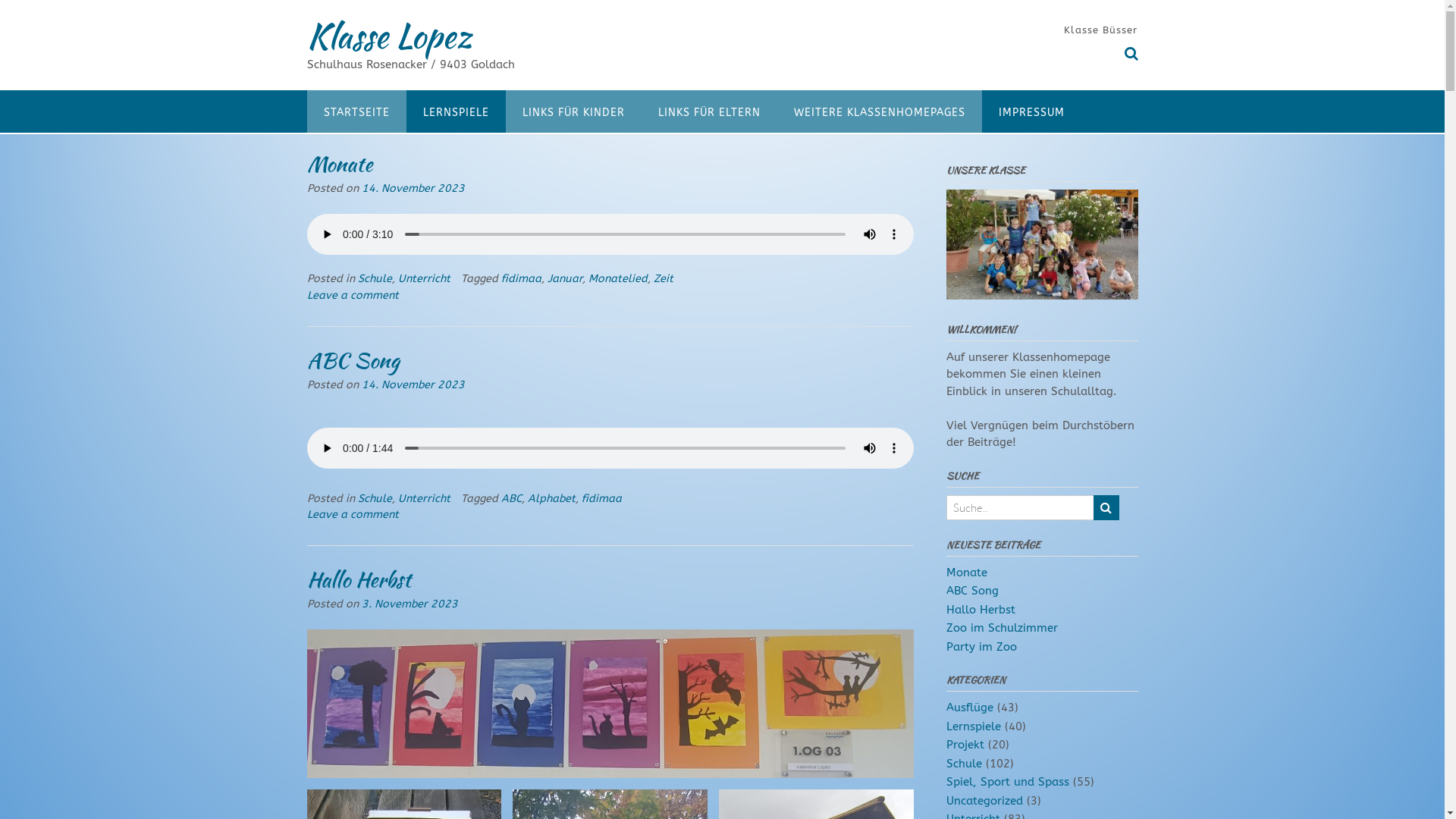  I want to click on 'Monatelied', so click(618, 278).